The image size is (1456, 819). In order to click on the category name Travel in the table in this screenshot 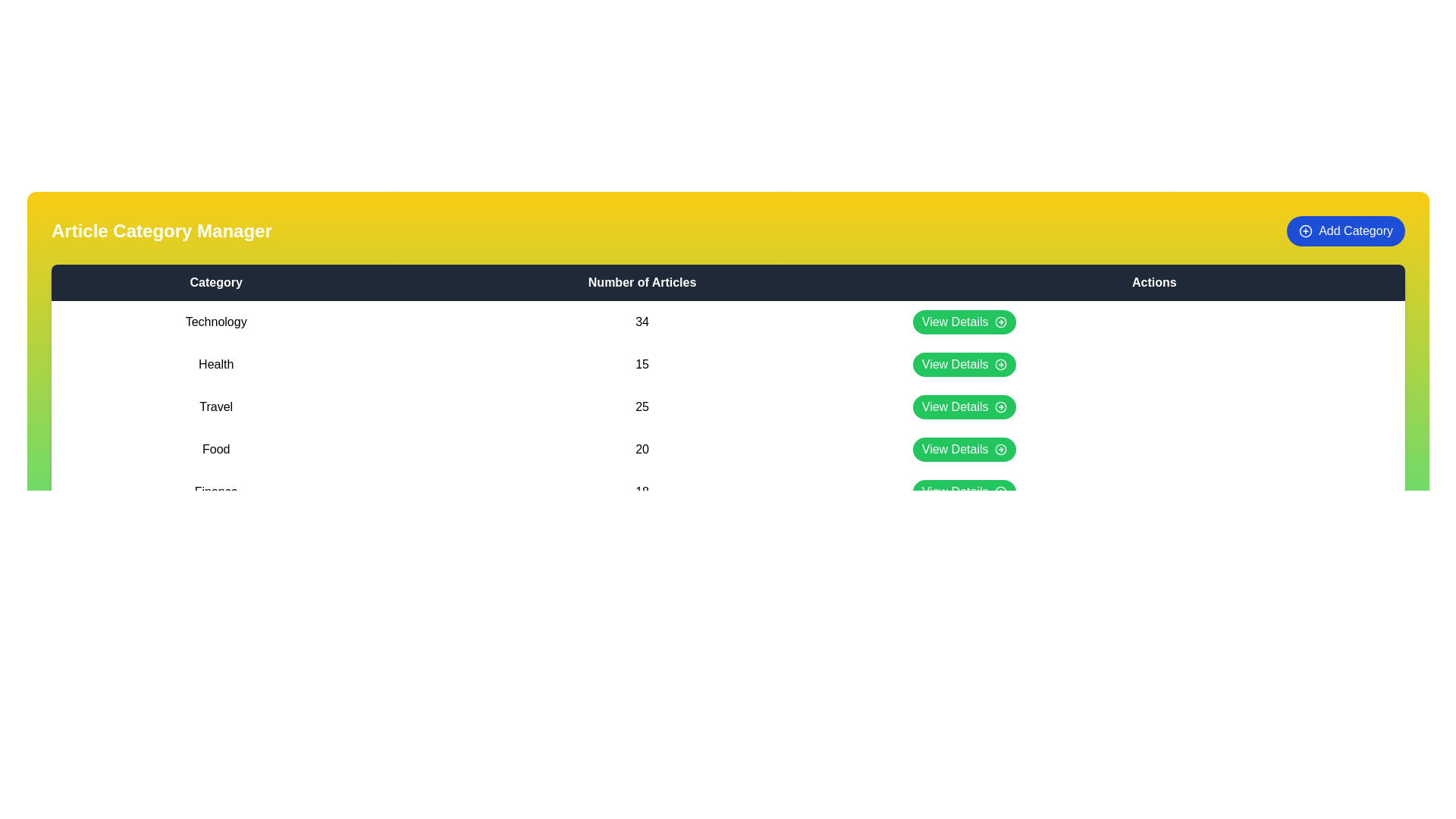, I will do `click(215, 406)`.